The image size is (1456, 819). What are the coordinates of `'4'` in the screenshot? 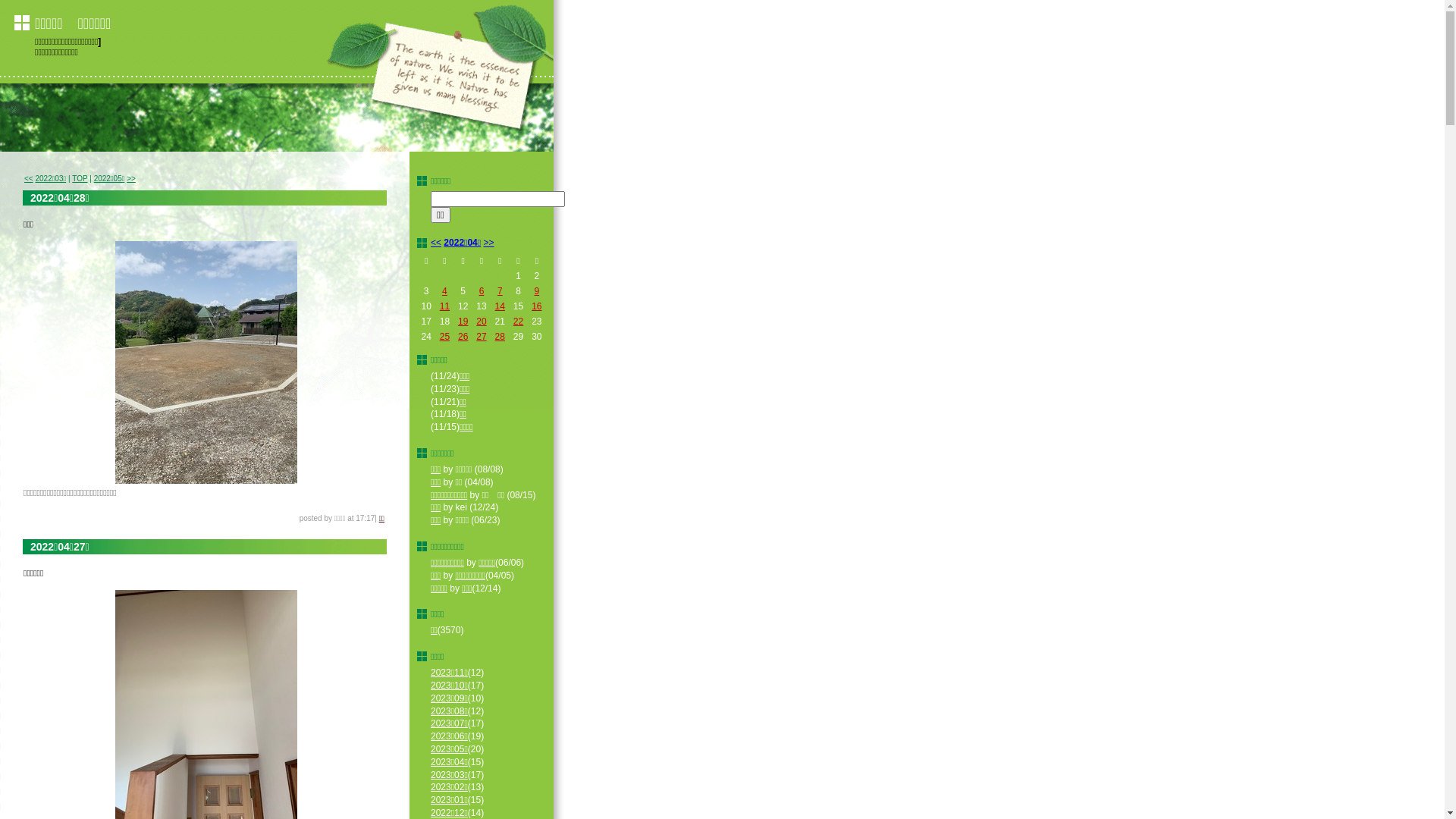 It's located at (441, 291).